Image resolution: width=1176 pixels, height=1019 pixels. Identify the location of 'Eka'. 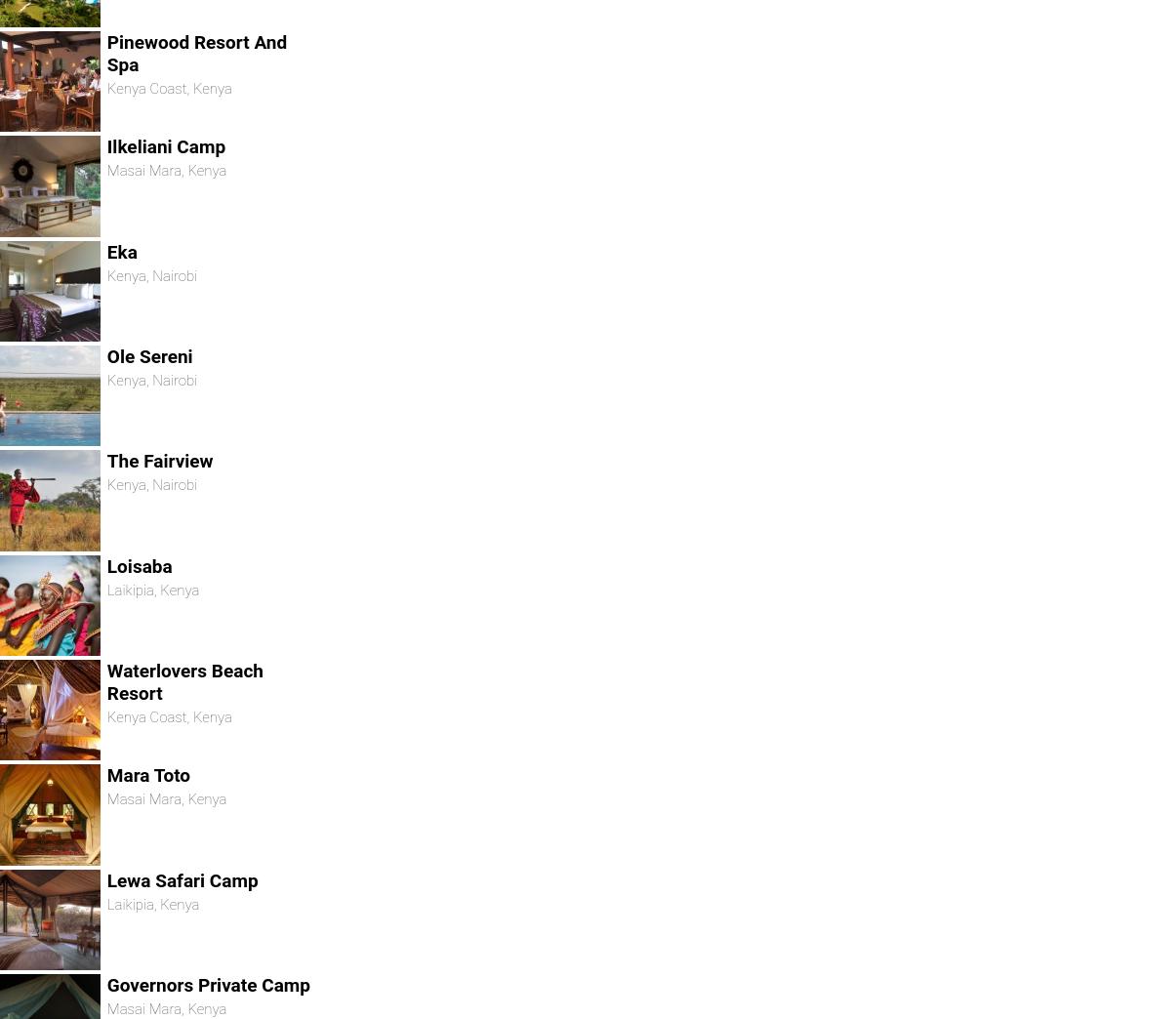
(105, 251).